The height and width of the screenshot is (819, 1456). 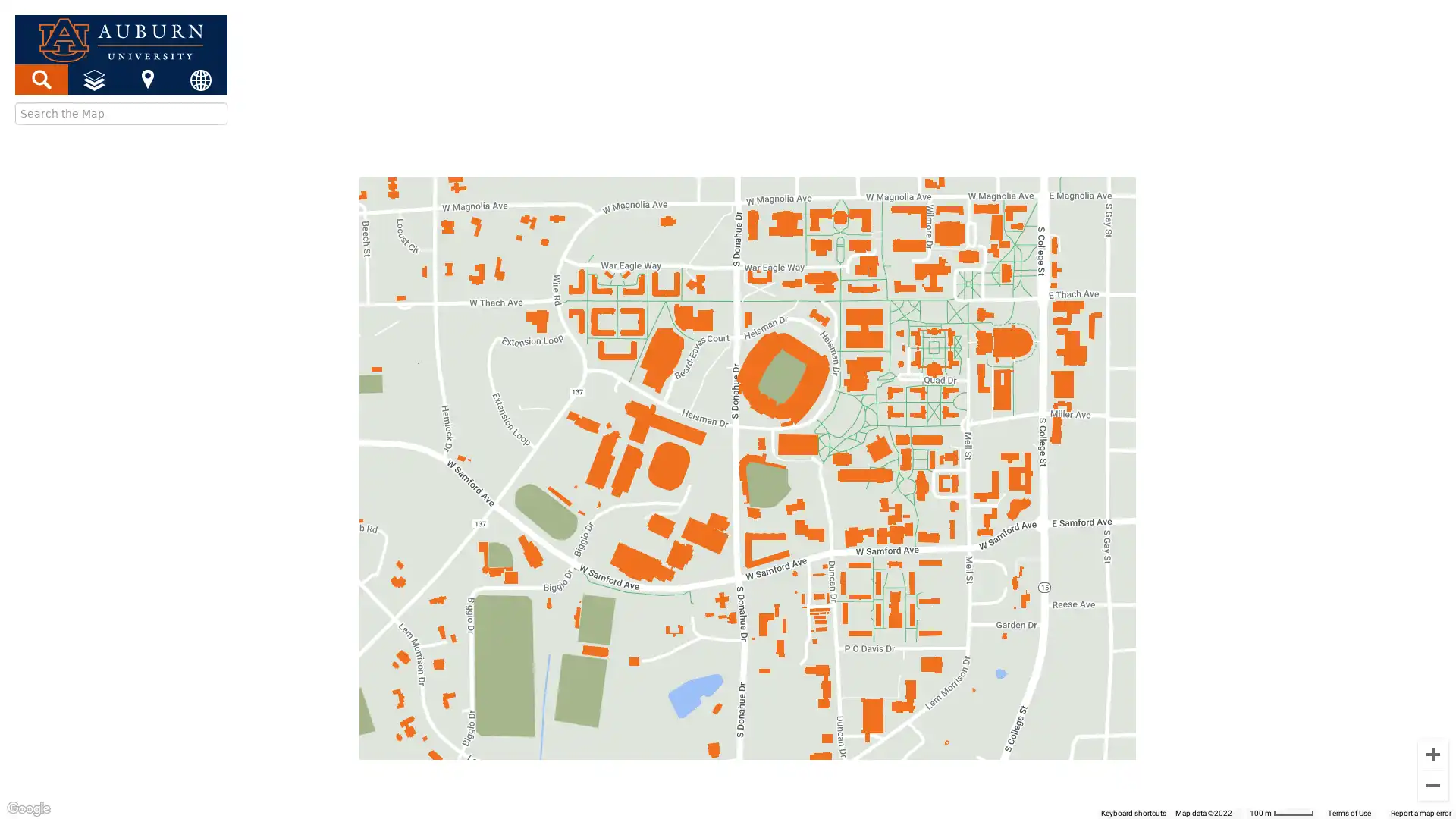 I want to click on Zoom in, so click(x=1432, y=755).